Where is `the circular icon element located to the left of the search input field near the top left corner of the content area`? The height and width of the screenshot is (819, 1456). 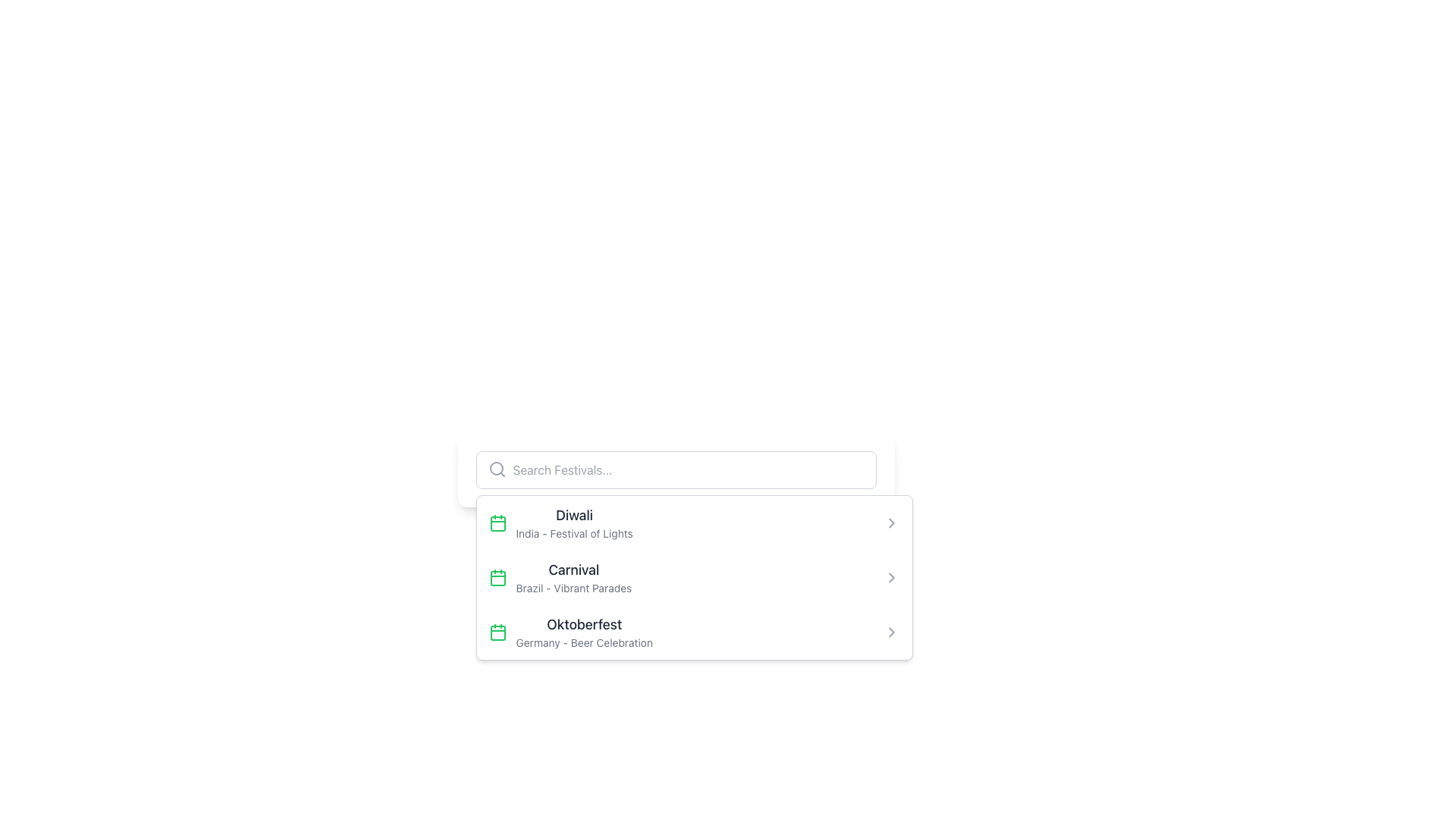 the circular icon element located to the left of the search input field near the top left corner of the content area is located at coordinates (496, 467).